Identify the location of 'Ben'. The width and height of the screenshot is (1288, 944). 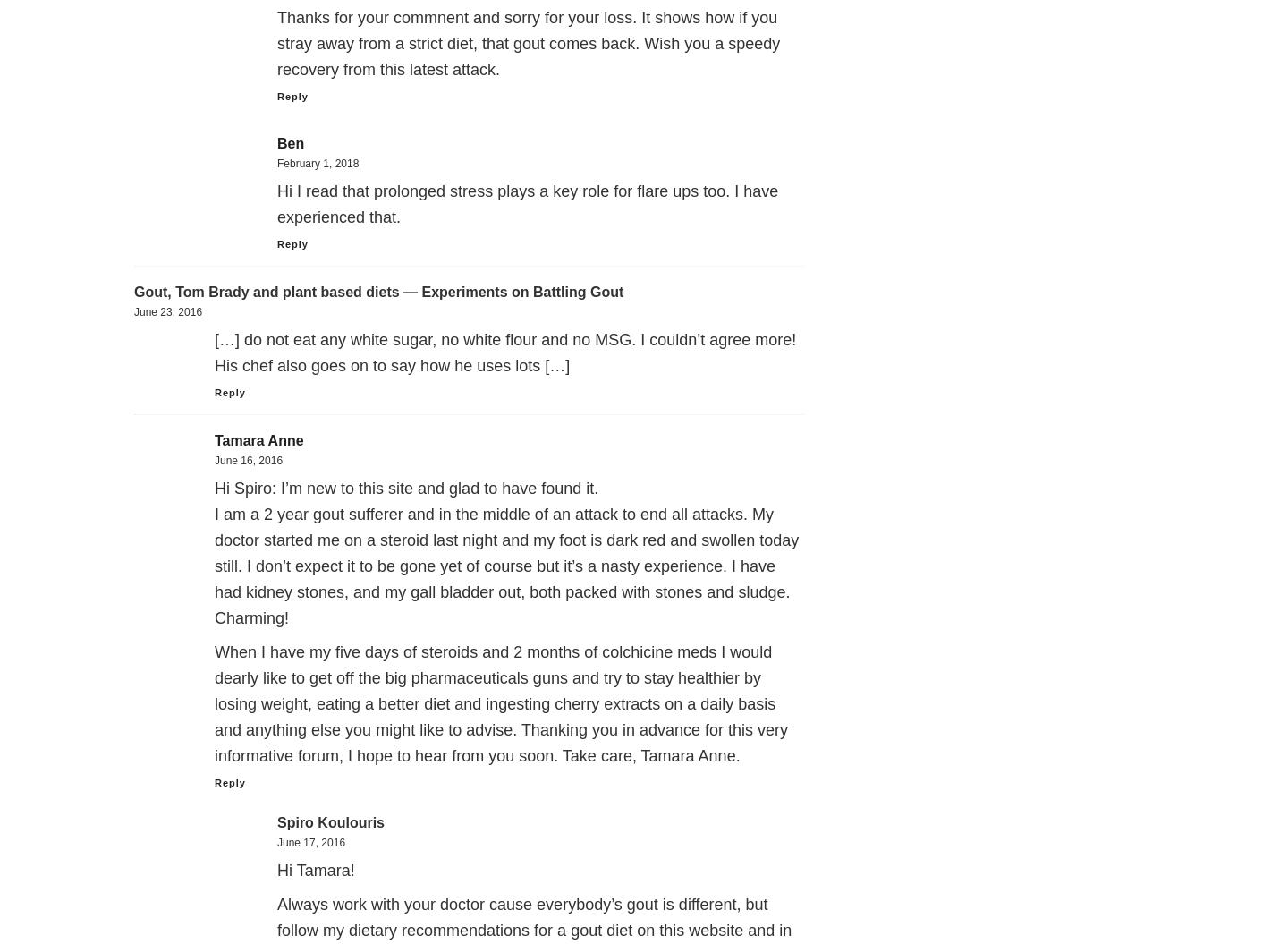
(291, 143).